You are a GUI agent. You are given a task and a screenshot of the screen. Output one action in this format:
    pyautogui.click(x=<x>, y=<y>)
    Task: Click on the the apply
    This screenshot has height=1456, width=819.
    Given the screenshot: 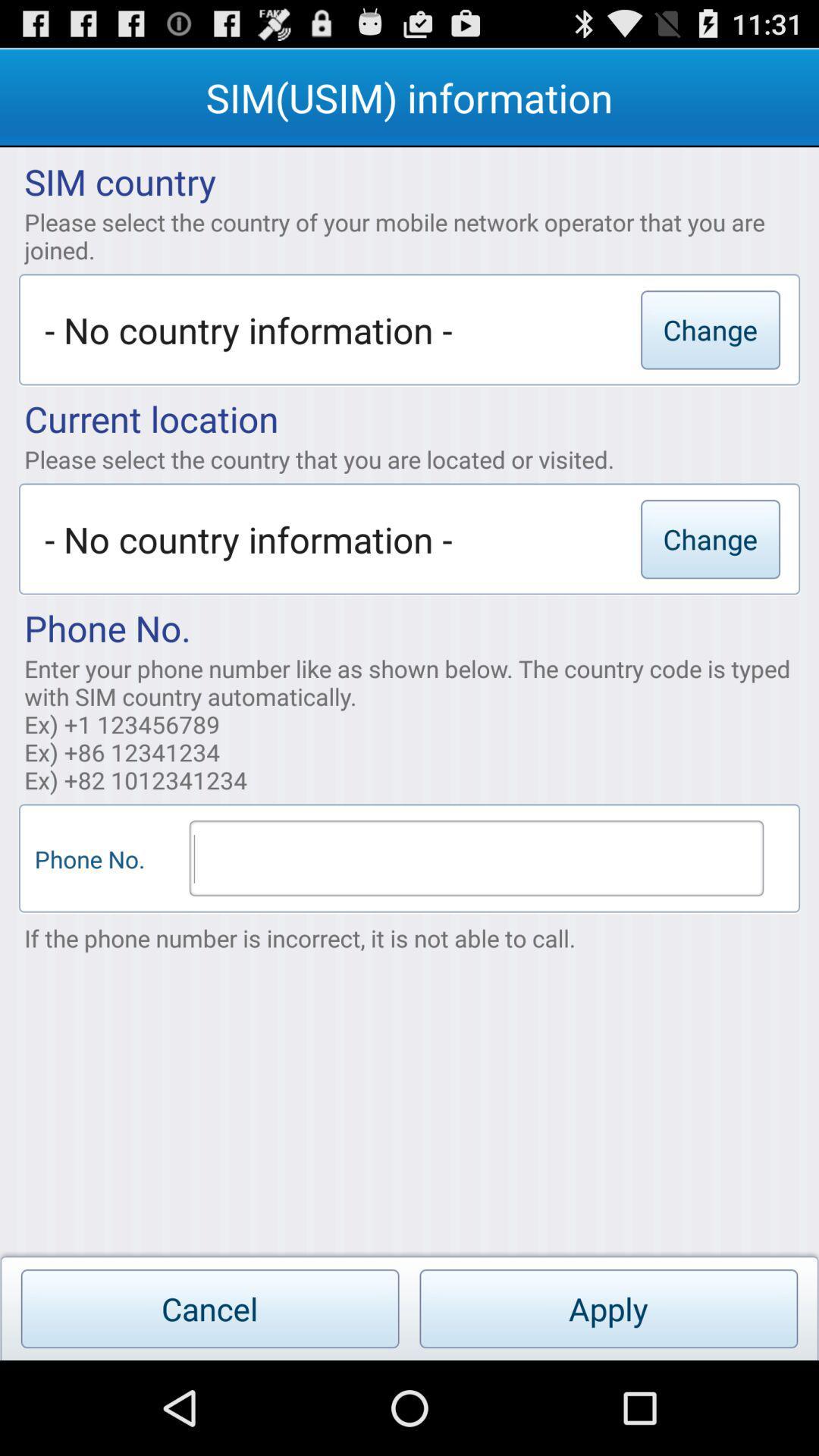 What is the action you would take?
    pyautogui.click(x=607, y=1308)
    